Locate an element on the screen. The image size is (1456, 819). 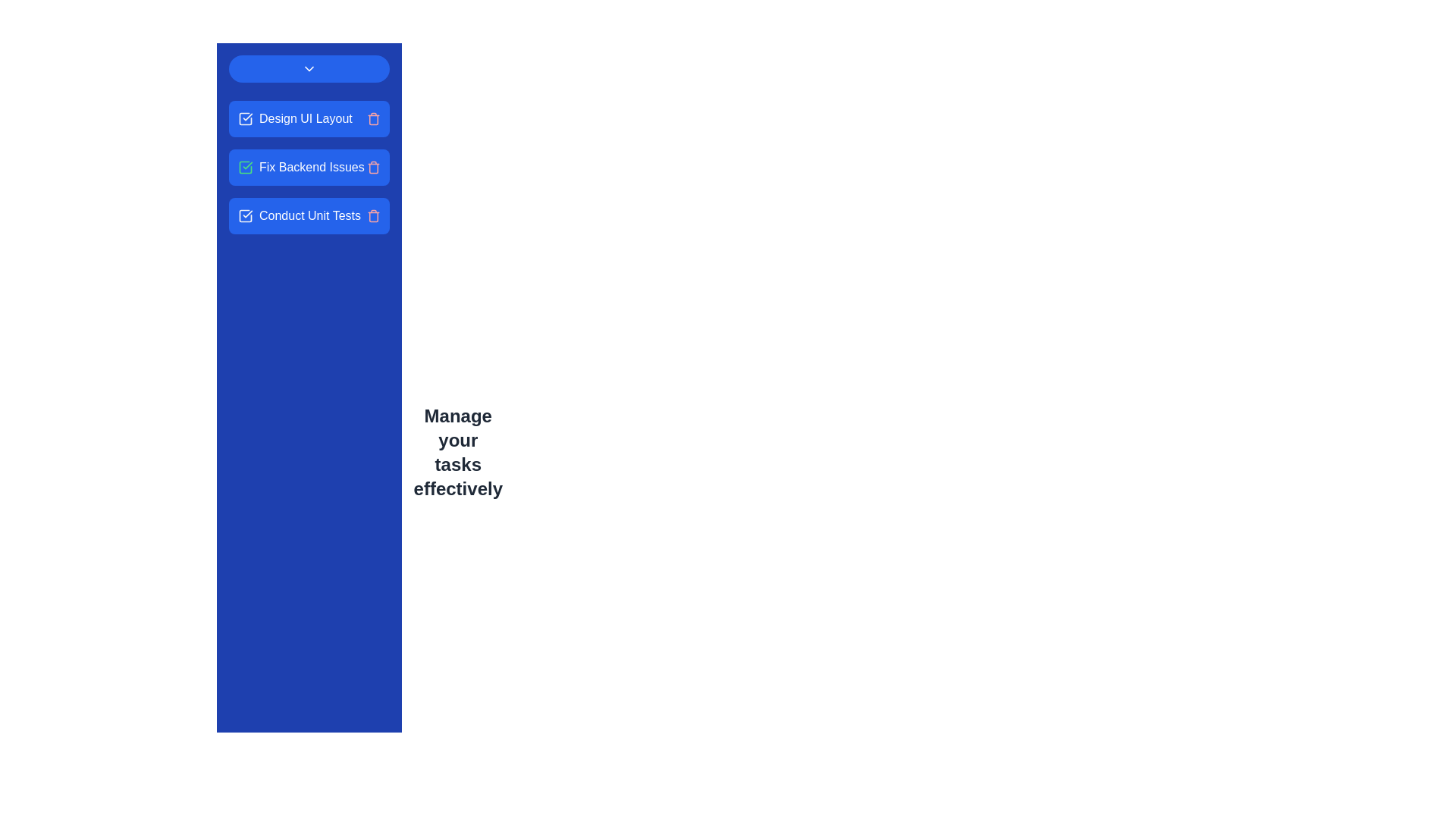
text from the Label indicating 'Conduct Unit Tests', located as the third item in a vertical task list is located at coordinates (299, 216).